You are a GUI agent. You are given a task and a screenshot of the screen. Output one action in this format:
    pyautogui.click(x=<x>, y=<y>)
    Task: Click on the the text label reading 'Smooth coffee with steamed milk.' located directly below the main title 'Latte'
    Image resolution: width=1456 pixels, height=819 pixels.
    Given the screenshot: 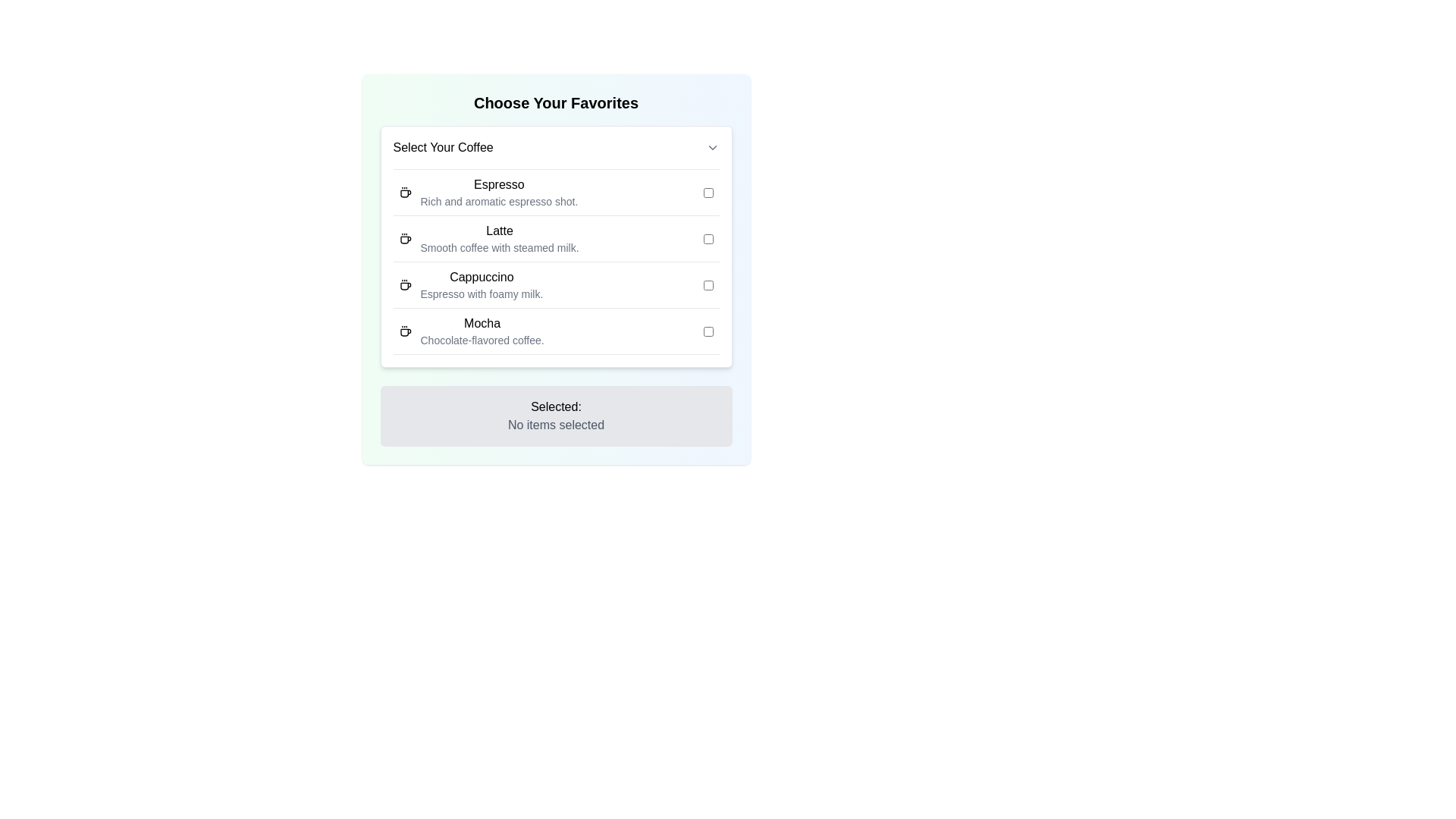 What is the action you would take?
    pyautogui.click(x=499, y=247)
    